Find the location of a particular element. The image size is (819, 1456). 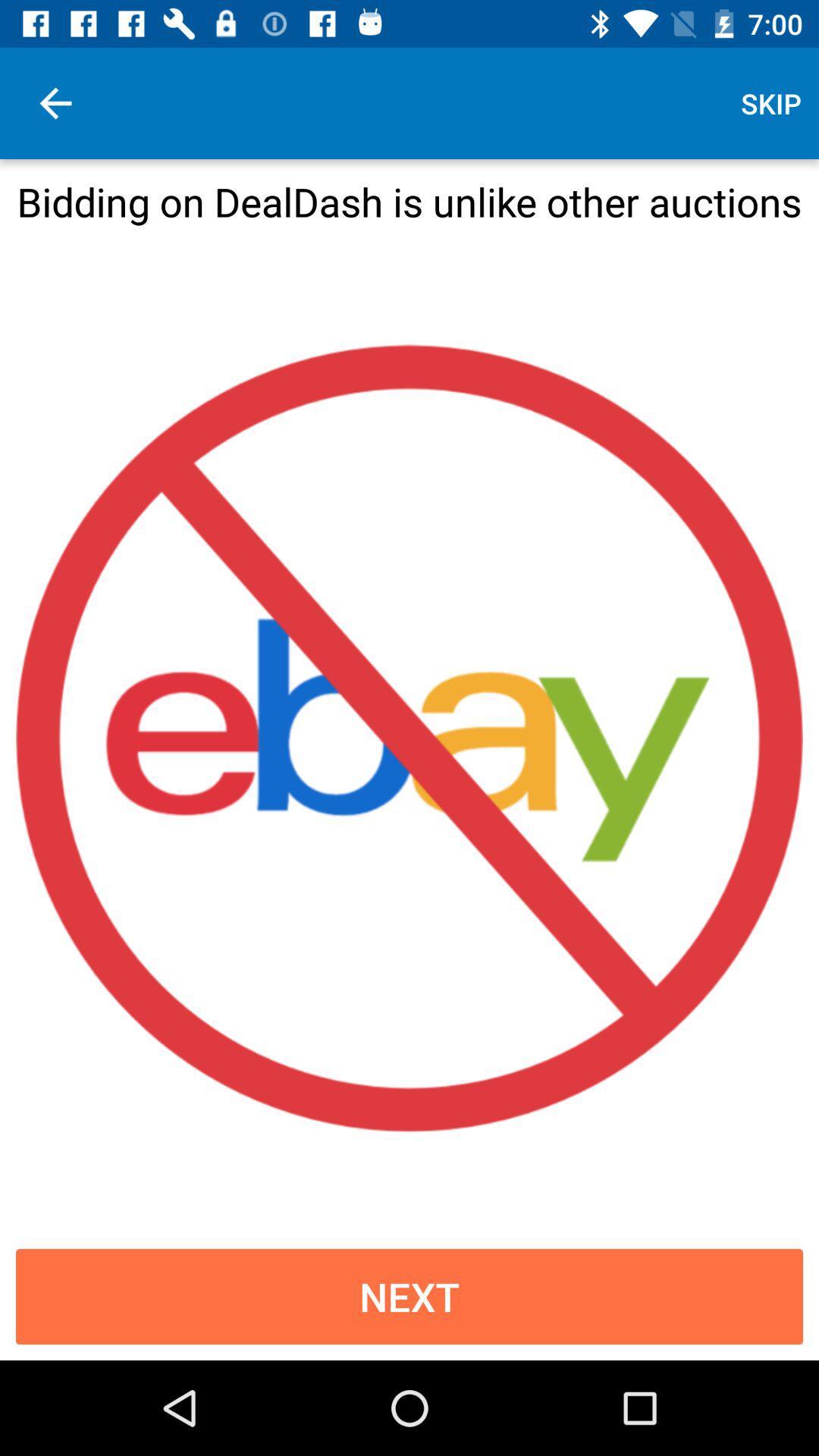

the next is located at coordinates (409, 1295).